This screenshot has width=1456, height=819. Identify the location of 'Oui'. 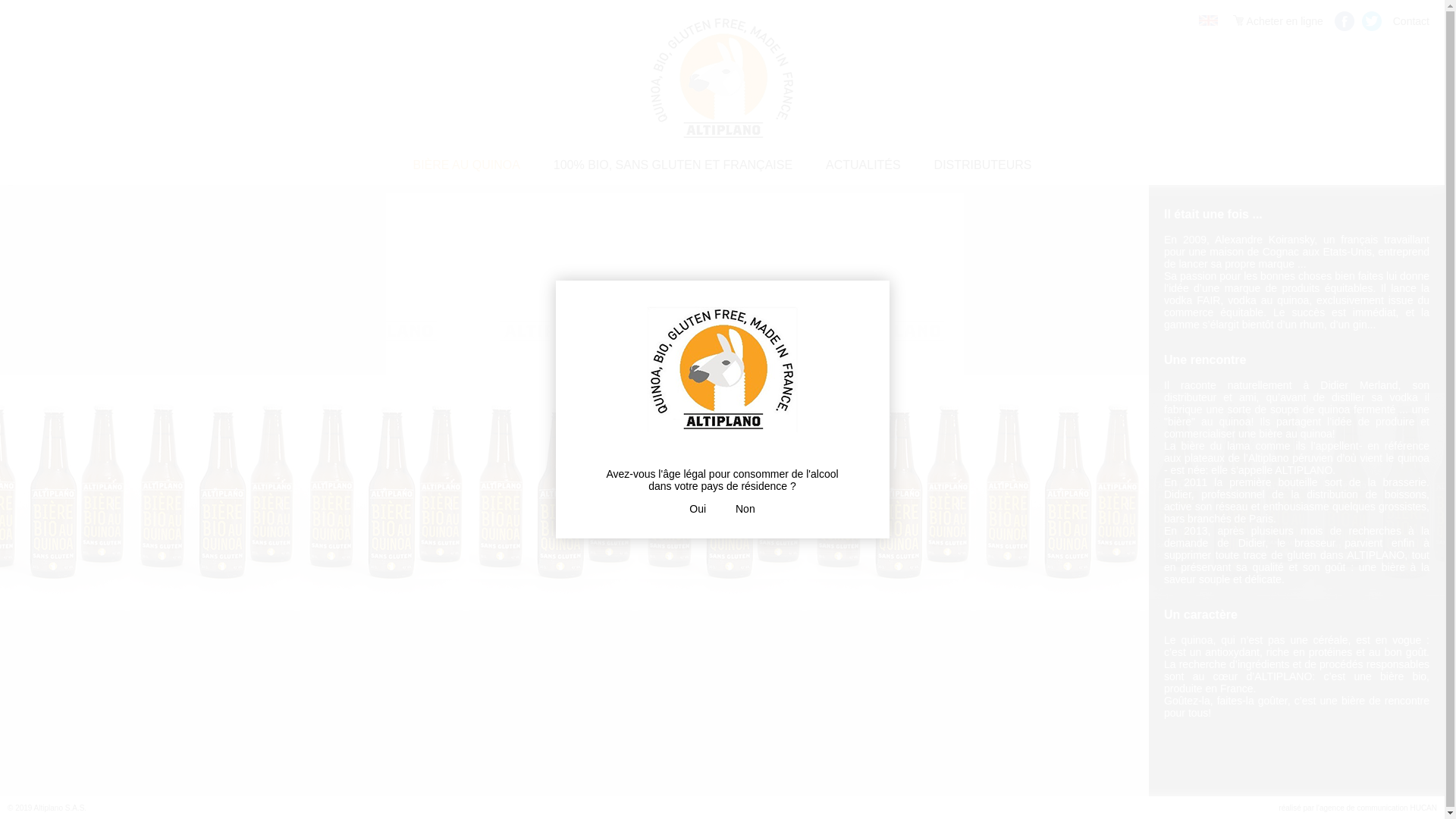
(697, 509).